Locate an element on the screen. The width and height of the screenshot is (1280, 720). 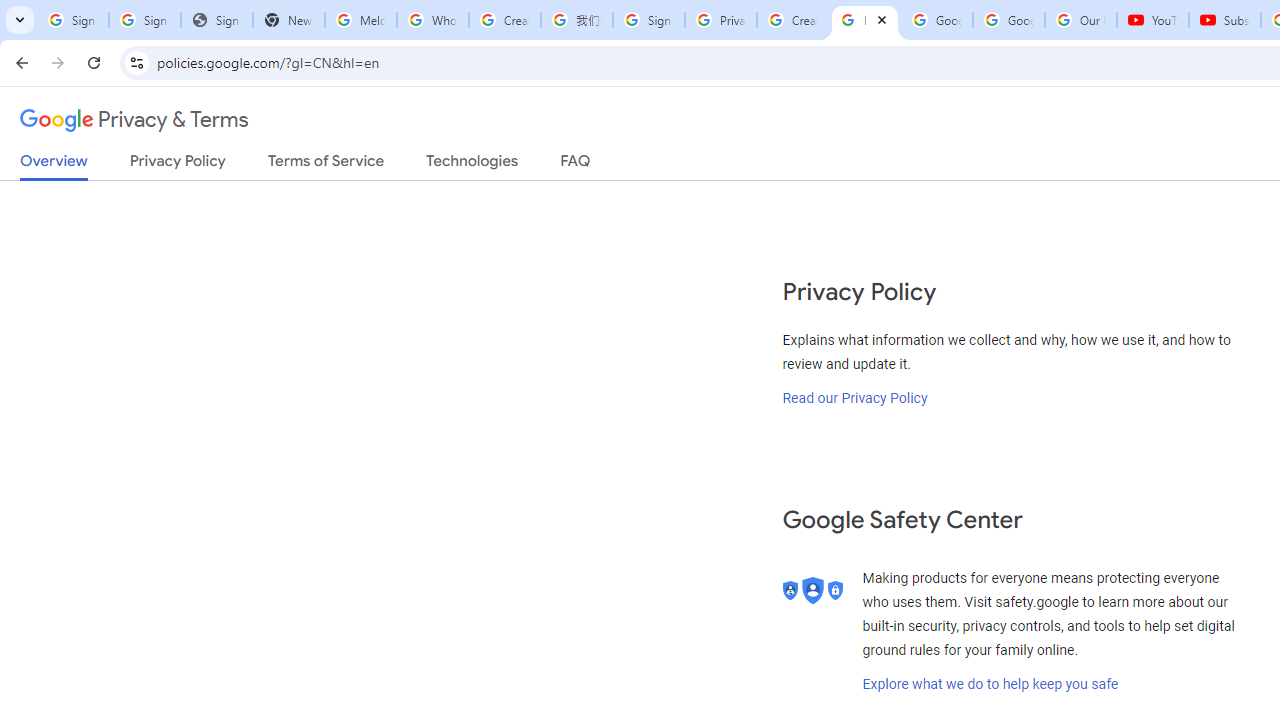
'Who is my administrator? - Google Account Help' is located at coordinates (431, 20).